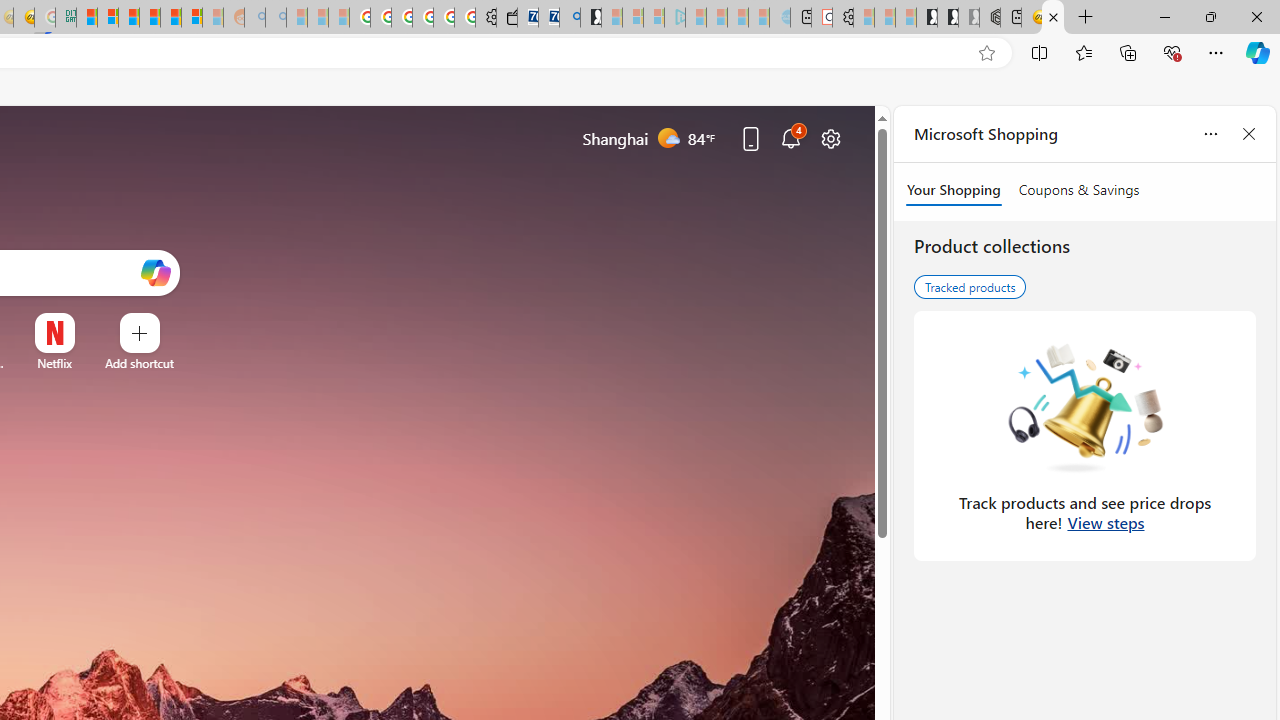 The width and height of the screenshot is (1280, 720). What do you see at coordinates (506, 17) in the screenshot?
I see `'Wallet'` at bounding box center [506, 17].